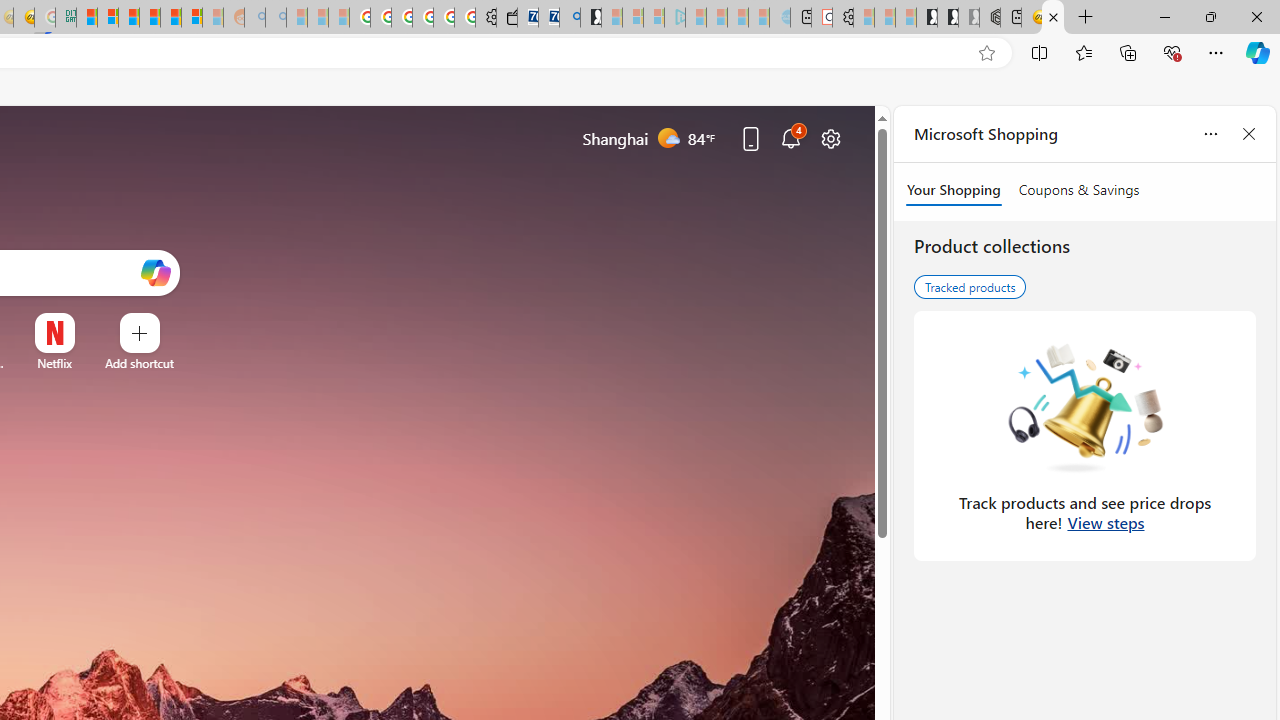 The width and height of the screenshot is (1280, 720). What do you see at coordinates (506, 17) in the screenshot?
I see `'Wallet'` at bounding box center [506, 17].